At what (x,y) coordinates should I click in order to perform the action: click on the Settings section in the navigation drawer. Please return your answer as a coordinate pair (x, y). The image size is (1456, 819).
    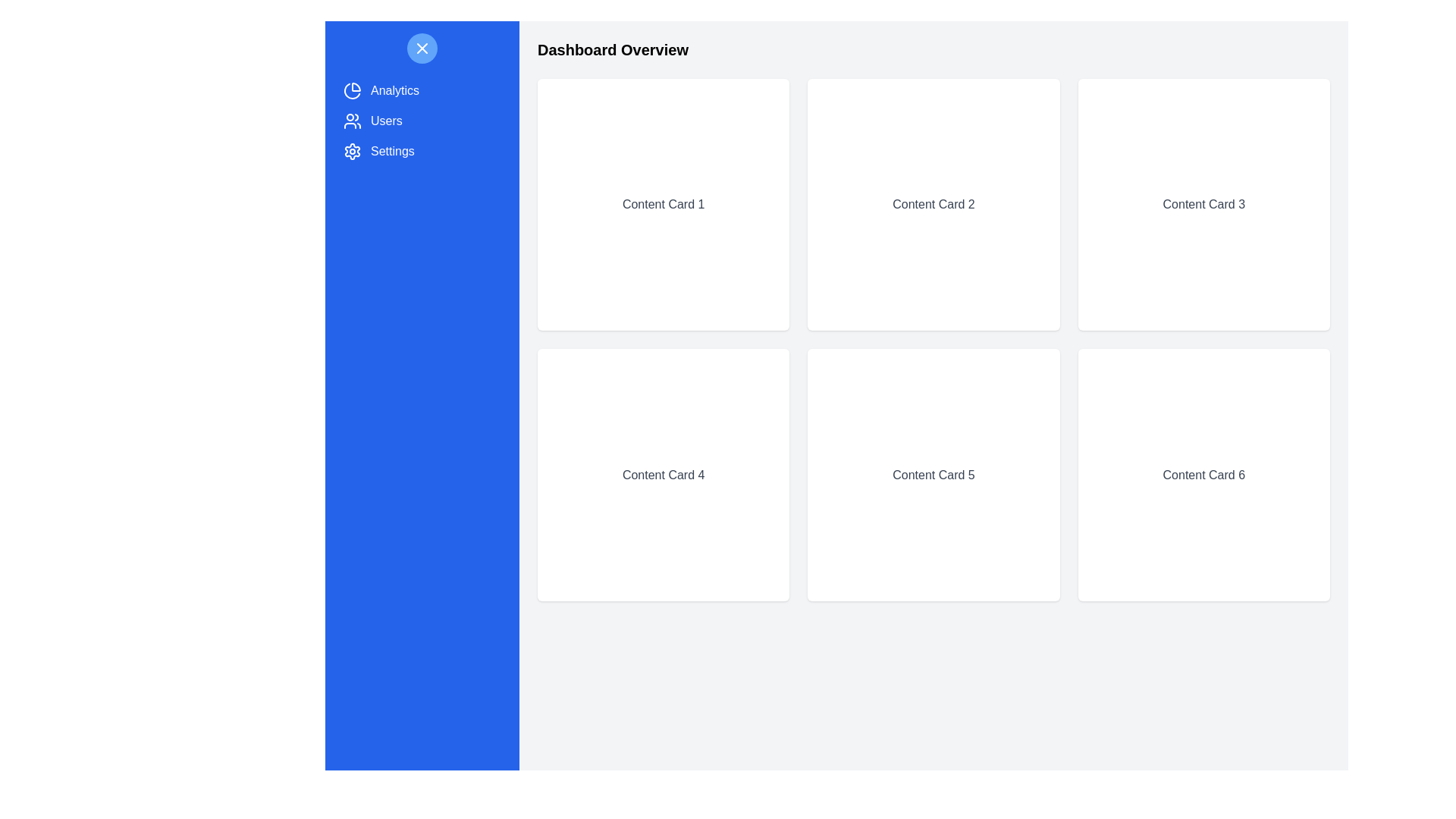
    Looking at the image, I should click on (422, 152).